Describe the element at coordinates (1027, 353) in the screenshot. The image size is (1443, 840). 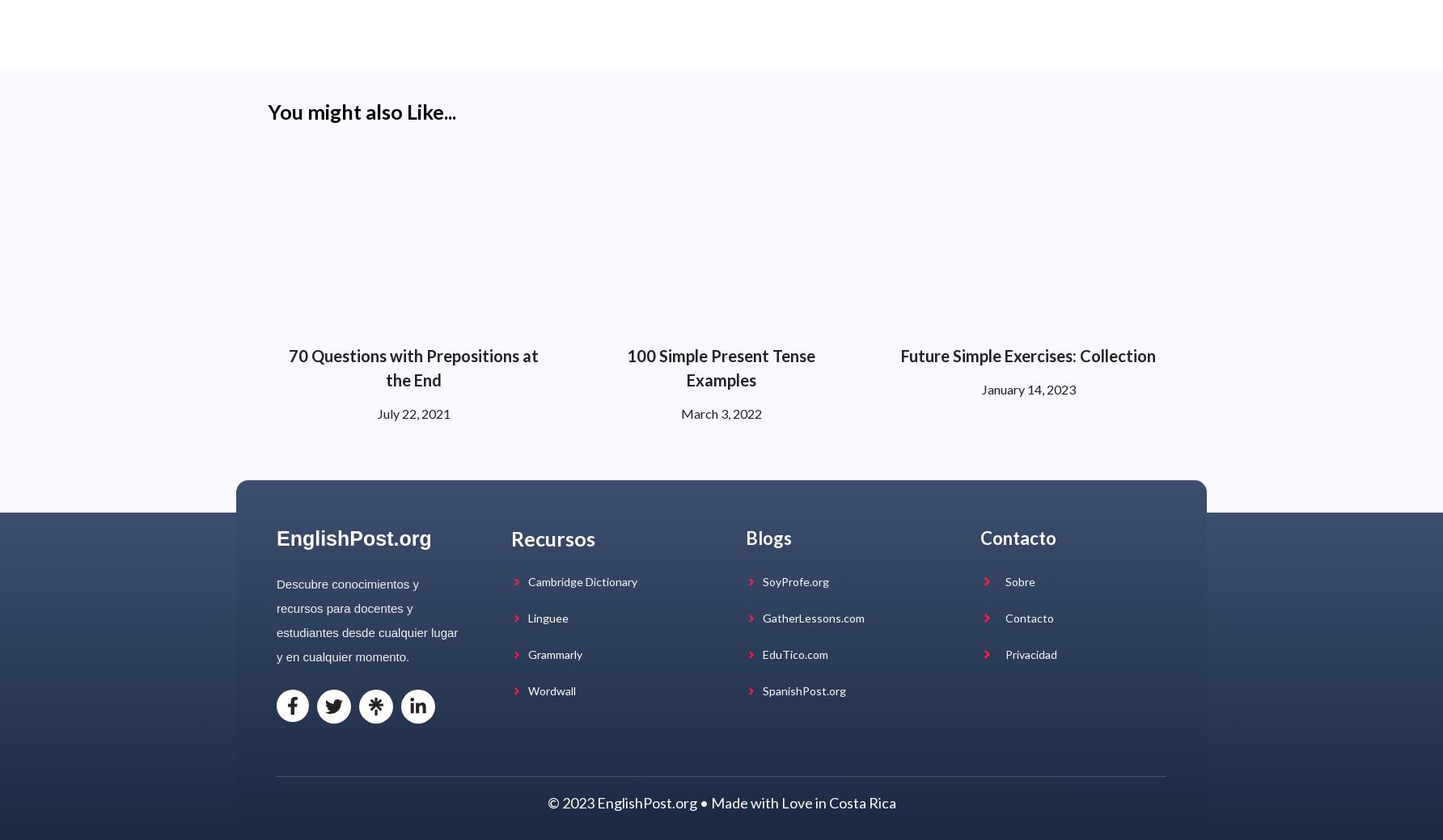
I see `'Future Simple Exercises: Collection'` at that location.